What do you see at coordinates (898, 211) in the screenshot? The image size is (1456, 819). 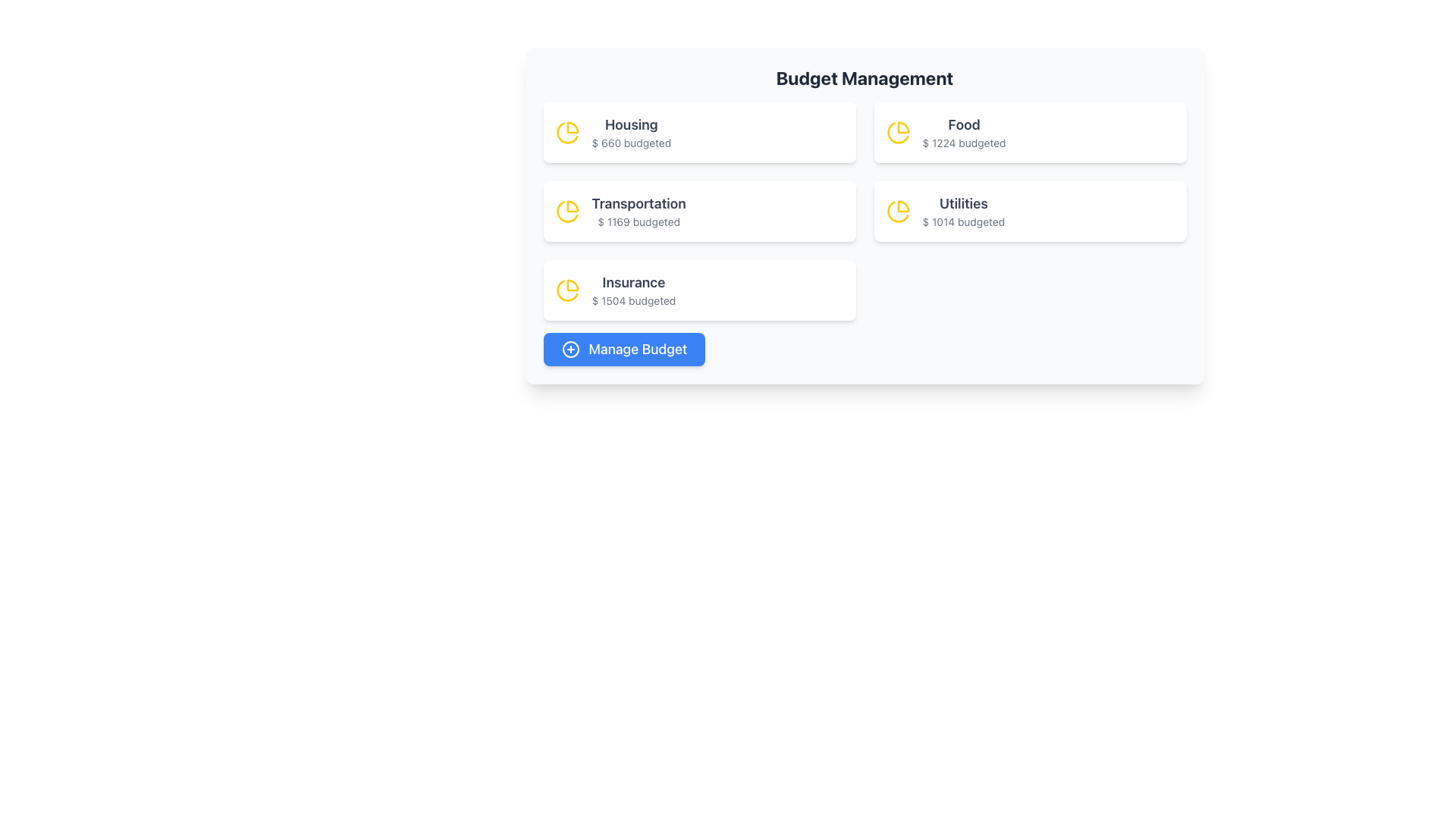 I see `the graphical representation of the 'Utilities' icon located in the top-left corner of the 'Utilities' card in the 'Budget Management' section` at bounding box center [898, 211].